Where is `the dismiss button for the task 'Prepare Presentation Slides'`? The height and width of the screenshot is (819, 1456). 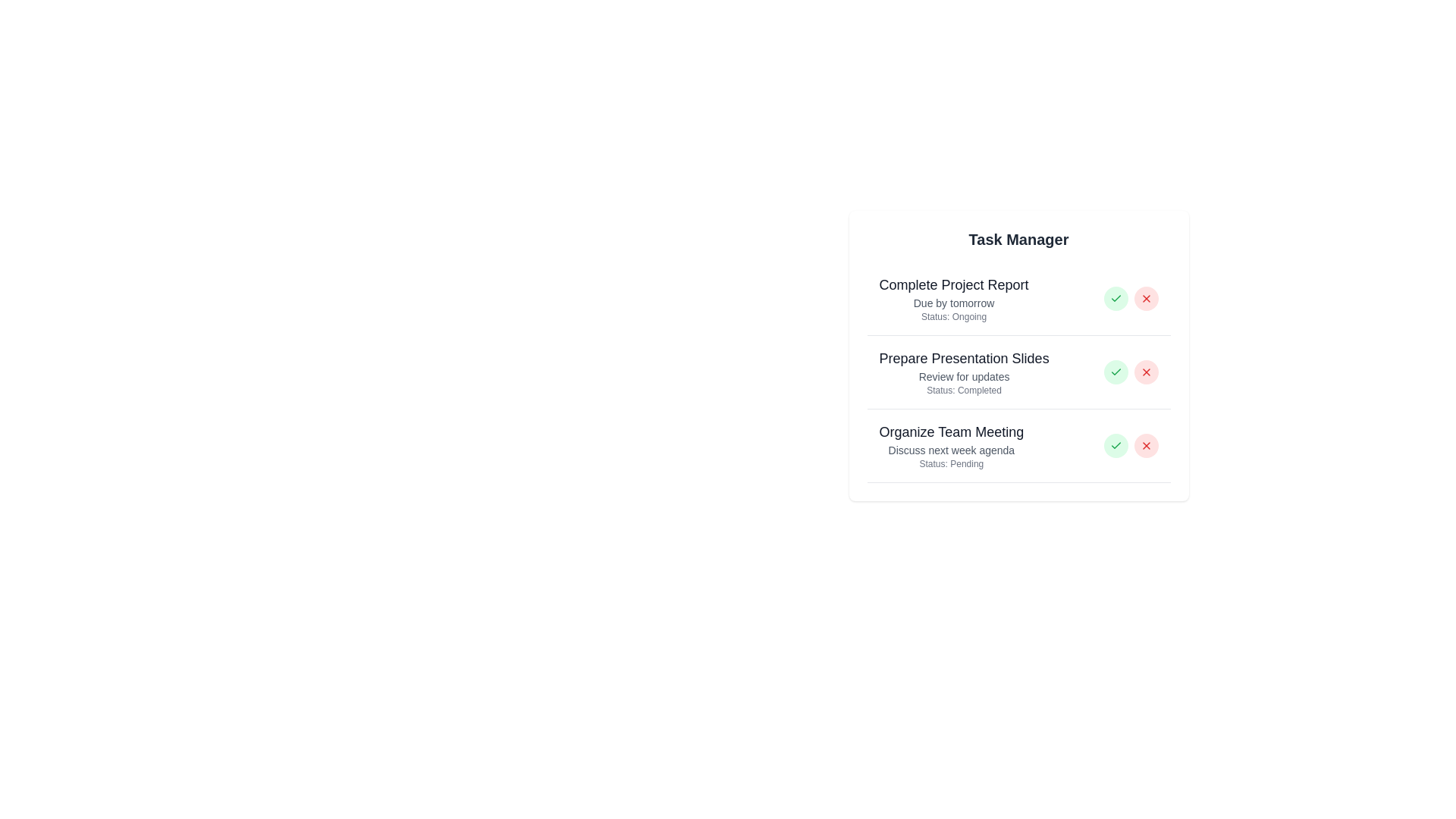 the dismiss button for the task 'Prepare Presentation Slides' is located at coordinates (1146, 372).